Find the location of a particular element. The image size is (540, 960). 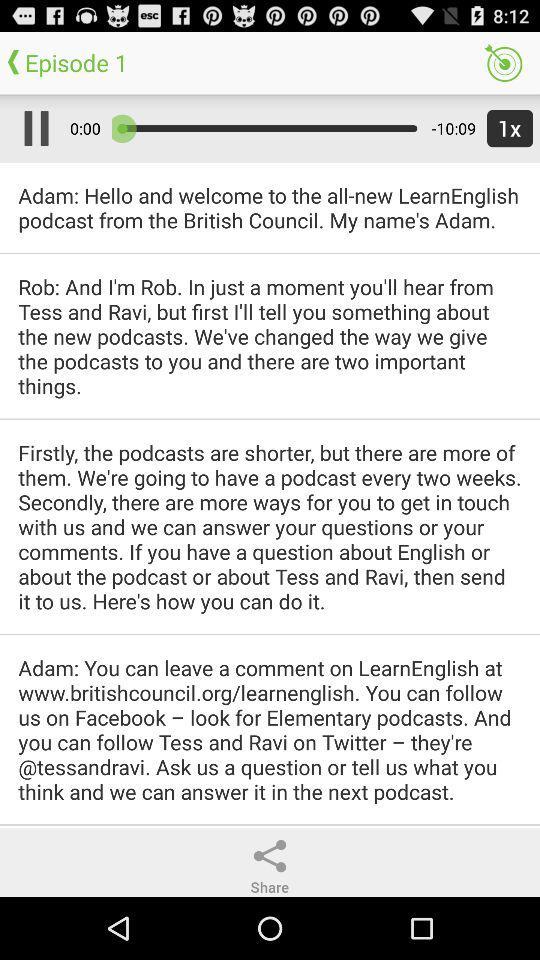

firstly the podcasts icon is located at coordinates (270, 525).